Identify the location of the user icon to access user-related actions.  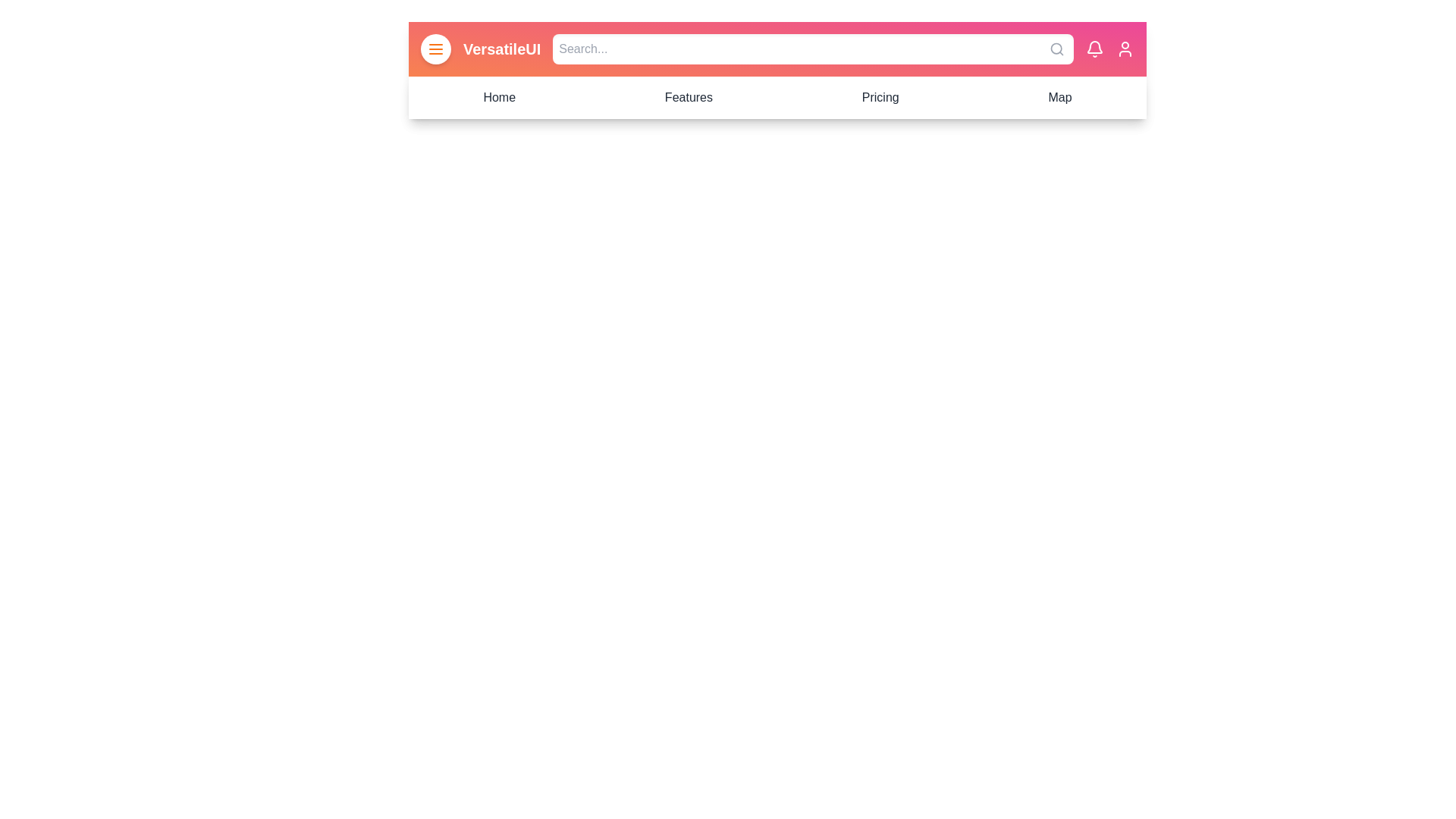
(1125, 49).